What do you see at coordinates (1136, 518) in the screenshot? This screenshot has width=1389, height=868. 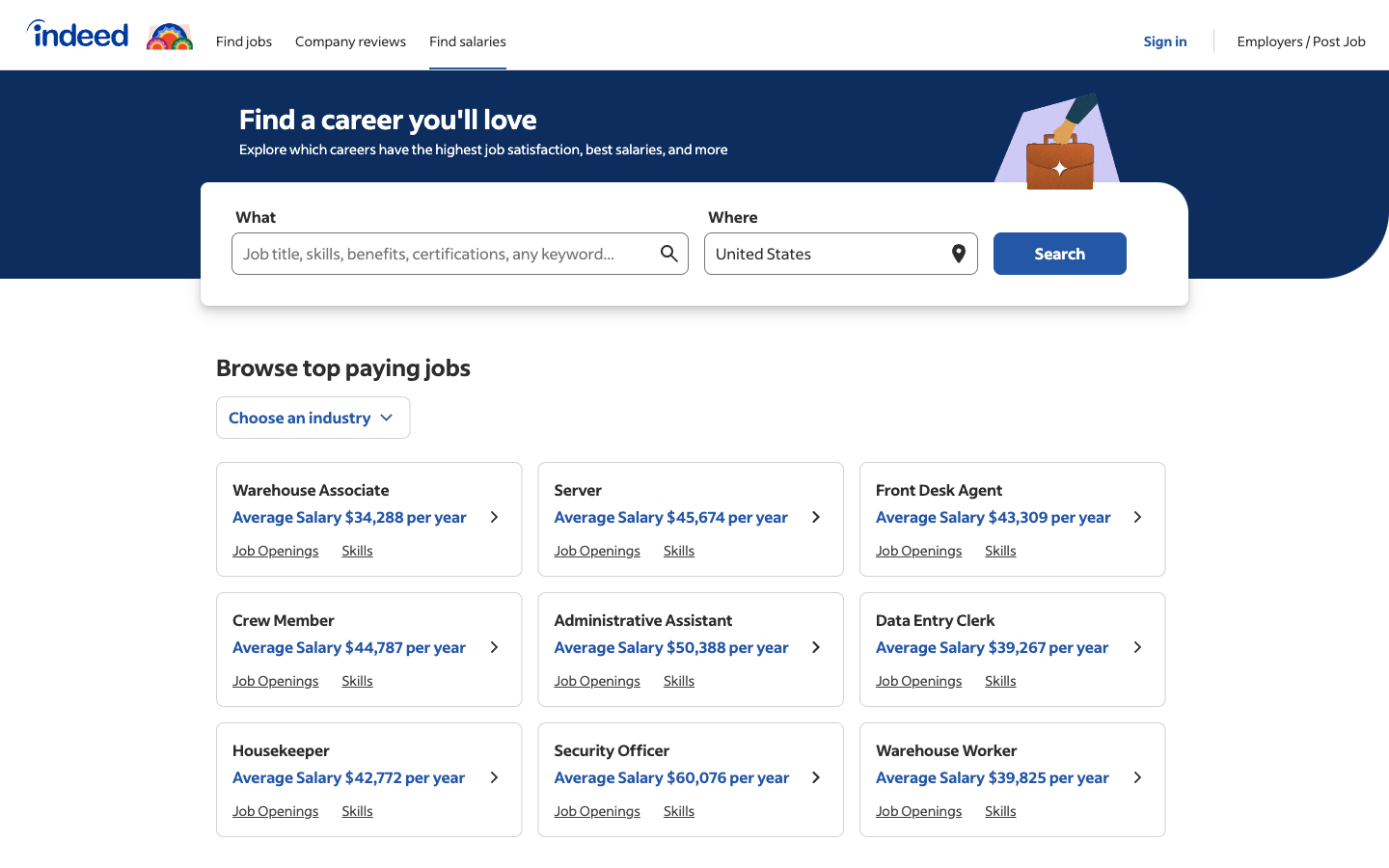 I see `the details for the job title "Front Desk Agent` at bounding box center [1136, 518].